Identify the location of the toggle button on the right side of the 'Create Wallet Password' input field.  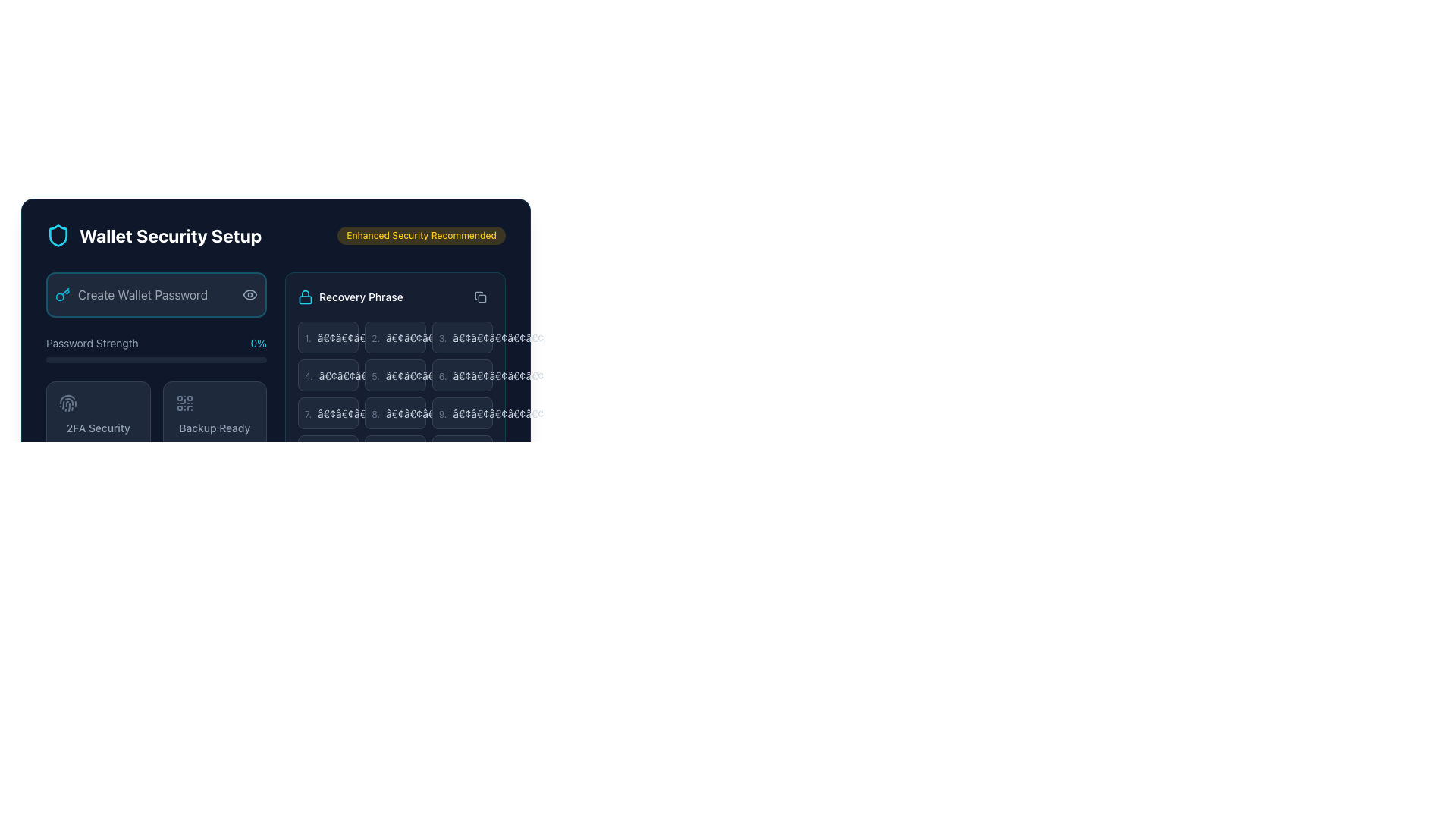
(255, 295).